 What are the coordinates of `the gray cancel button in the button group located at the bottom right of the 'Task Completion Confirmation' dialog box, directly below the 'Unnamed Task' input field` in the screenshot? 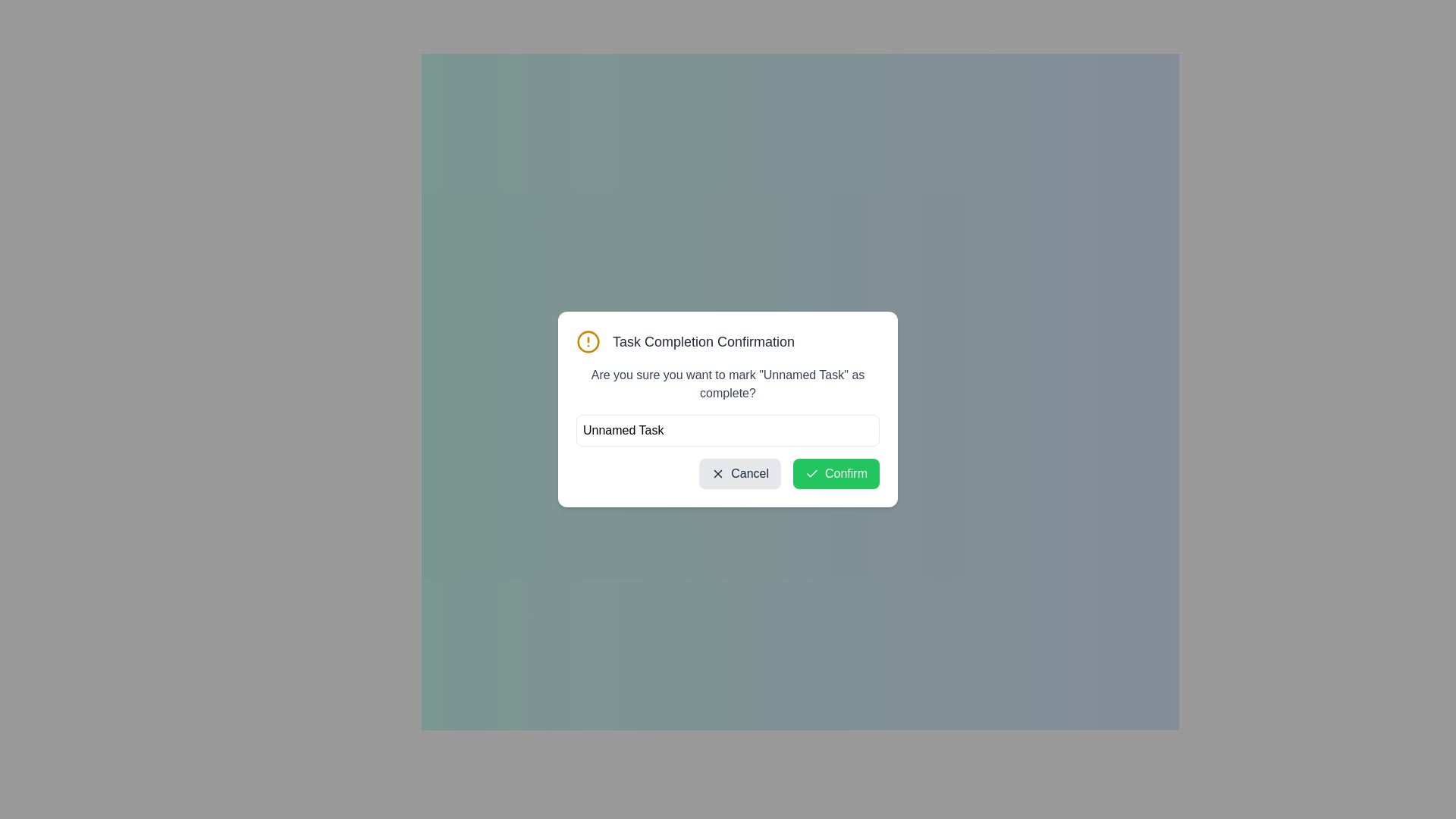 It's located at (728, 472).